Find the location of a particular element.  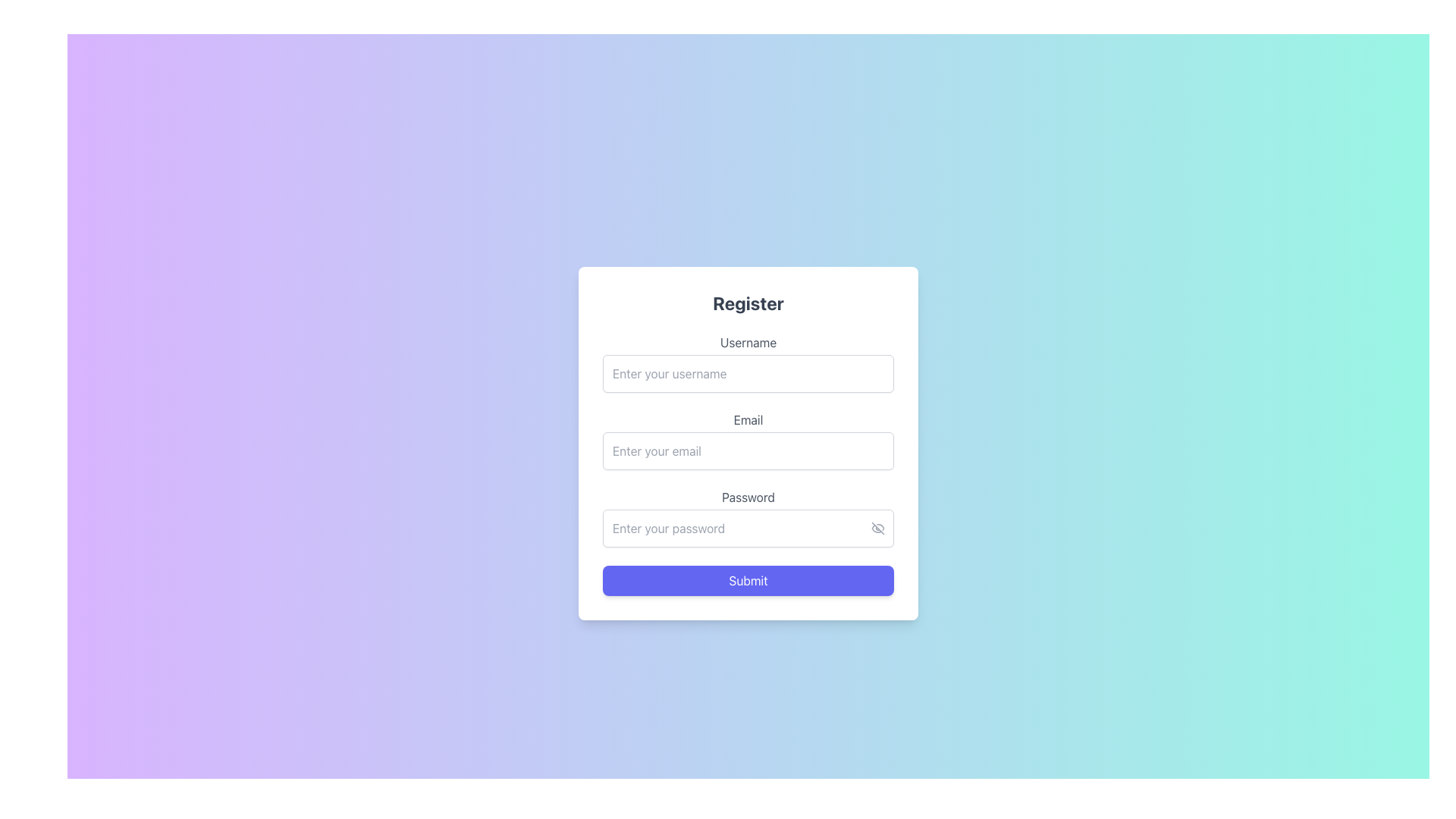

the visibility toggle icon for the password field located at the far right inside the password input field is located at coordinates (877, 528).